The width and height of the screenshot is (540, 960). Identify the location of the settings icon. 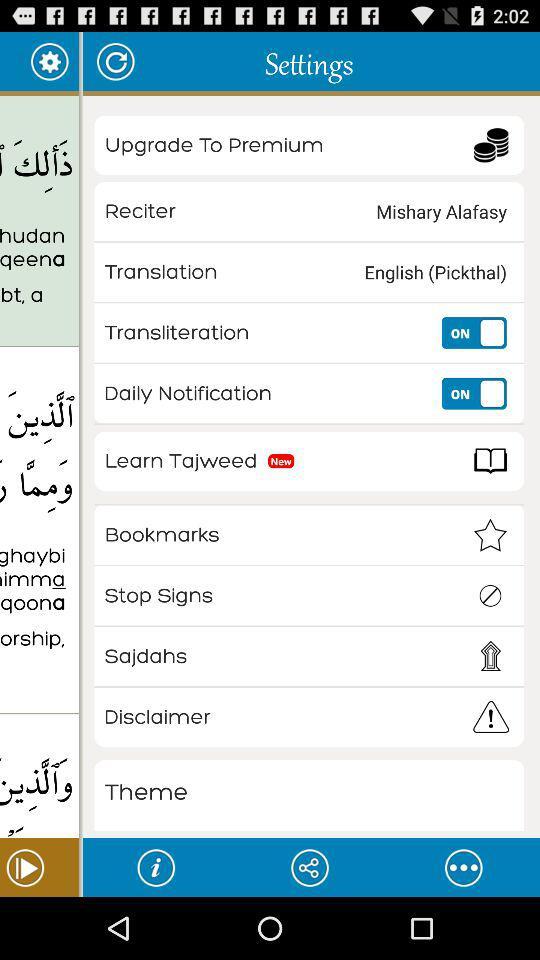
(49, 65).